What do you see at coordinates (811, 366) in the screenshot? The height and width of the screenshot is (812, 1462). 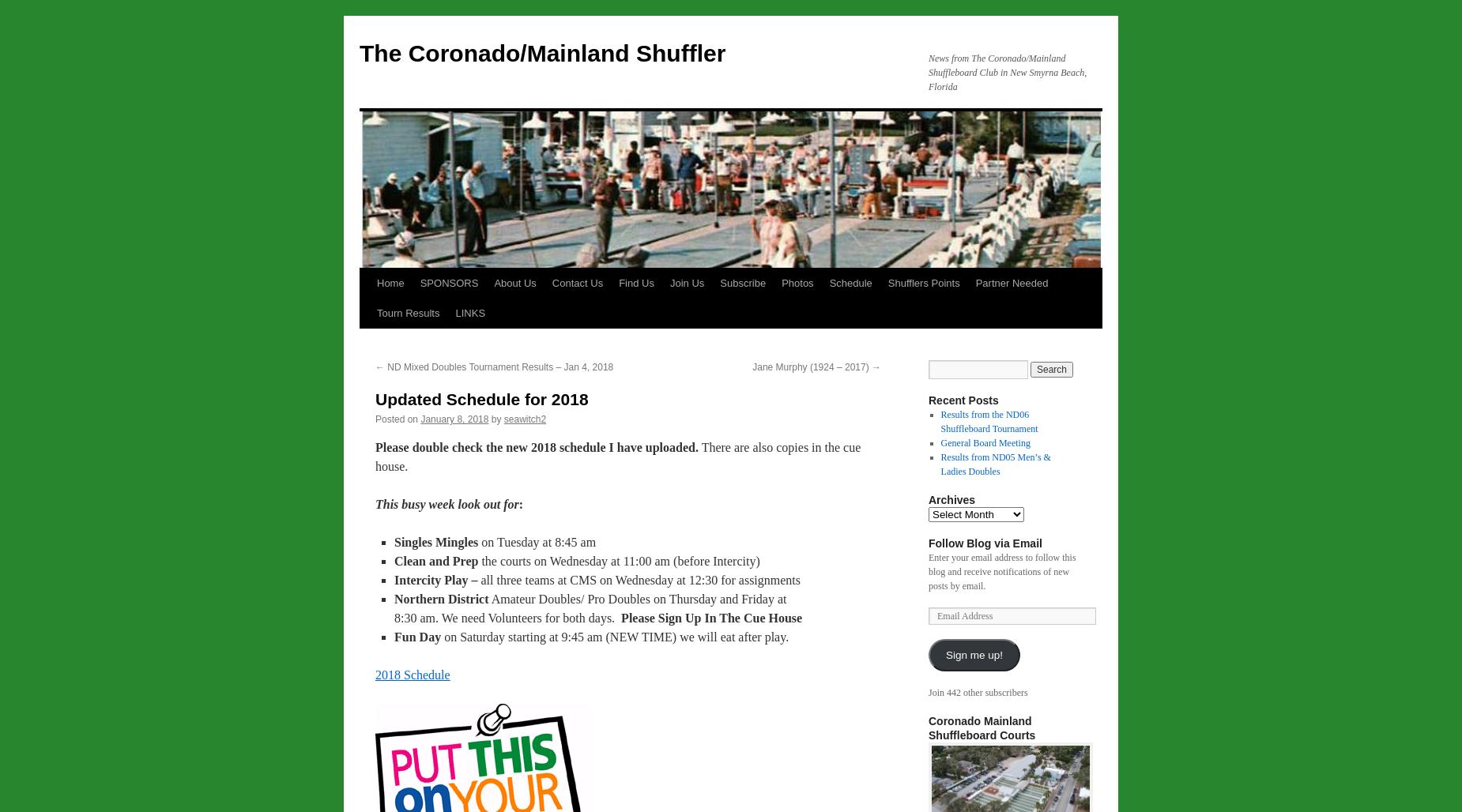 I see `'Jane Murphy (1924 – 2017)'` at bounding box center [811, 366].